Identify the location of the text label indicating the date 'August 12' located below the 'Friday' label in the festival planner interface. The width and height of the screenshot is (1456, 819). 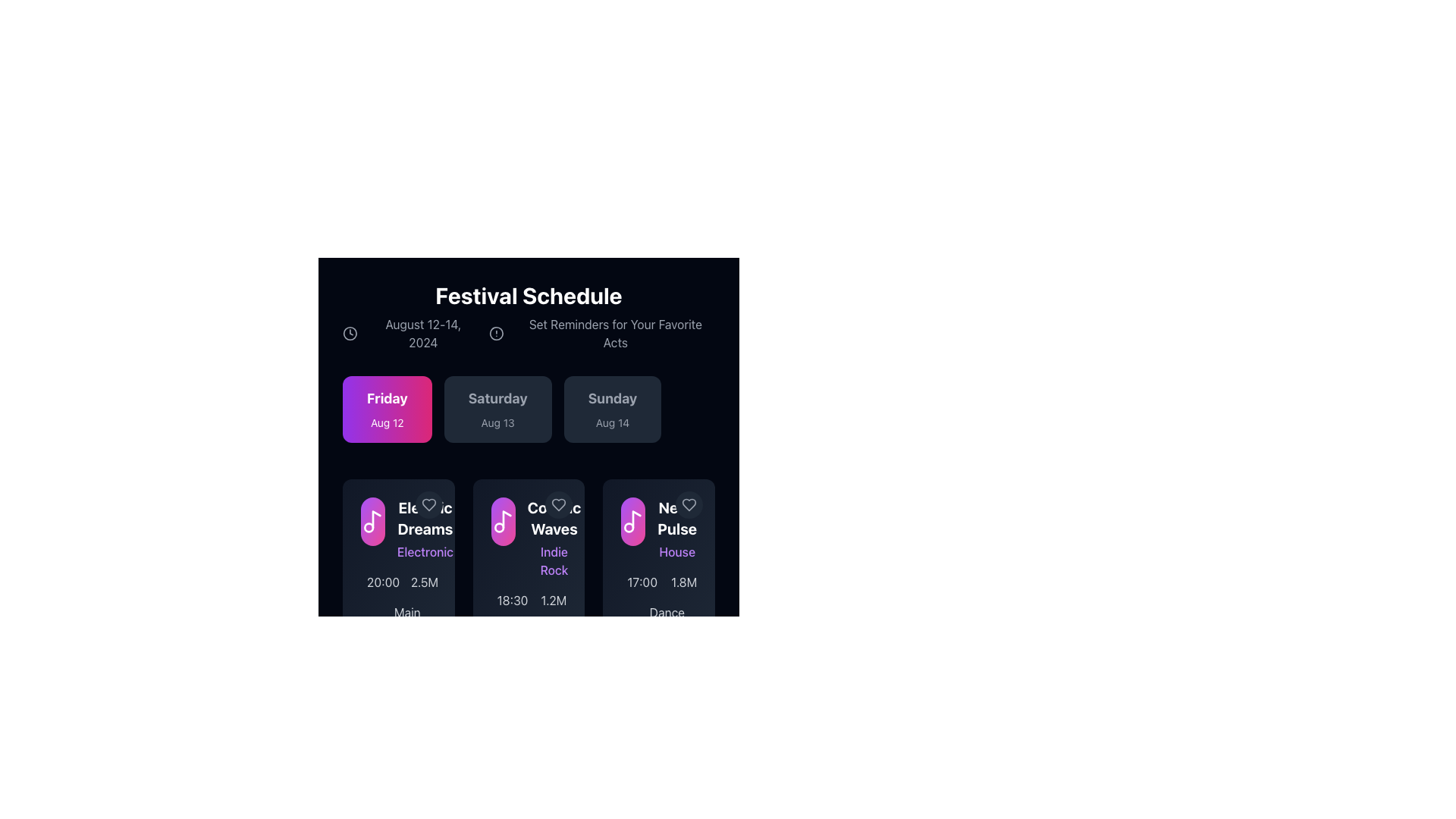
(387, 423).